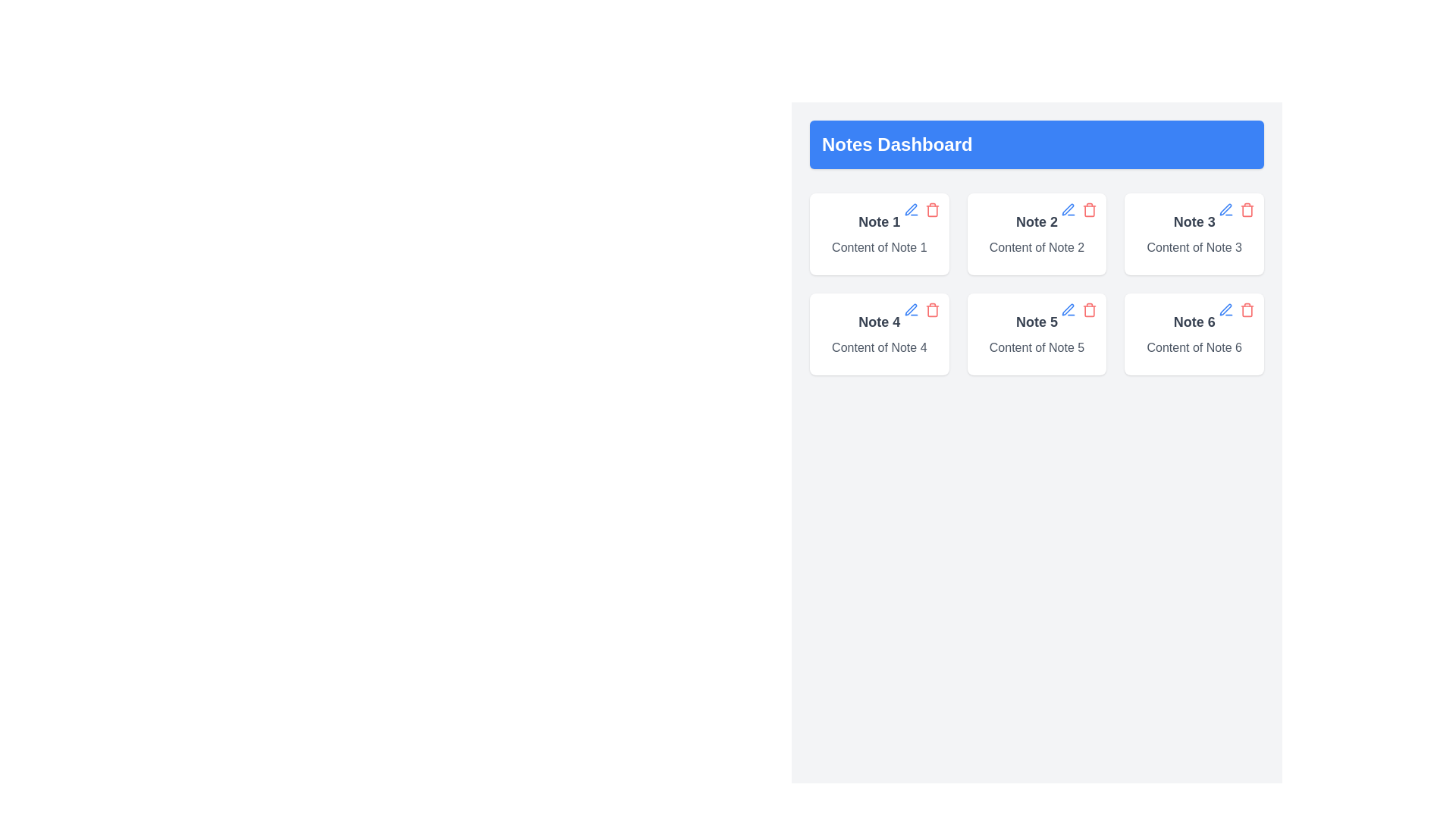  I want to click on the red trash bin icon with rounded corners located in the Notes Dashboard, so click(1247, 309).